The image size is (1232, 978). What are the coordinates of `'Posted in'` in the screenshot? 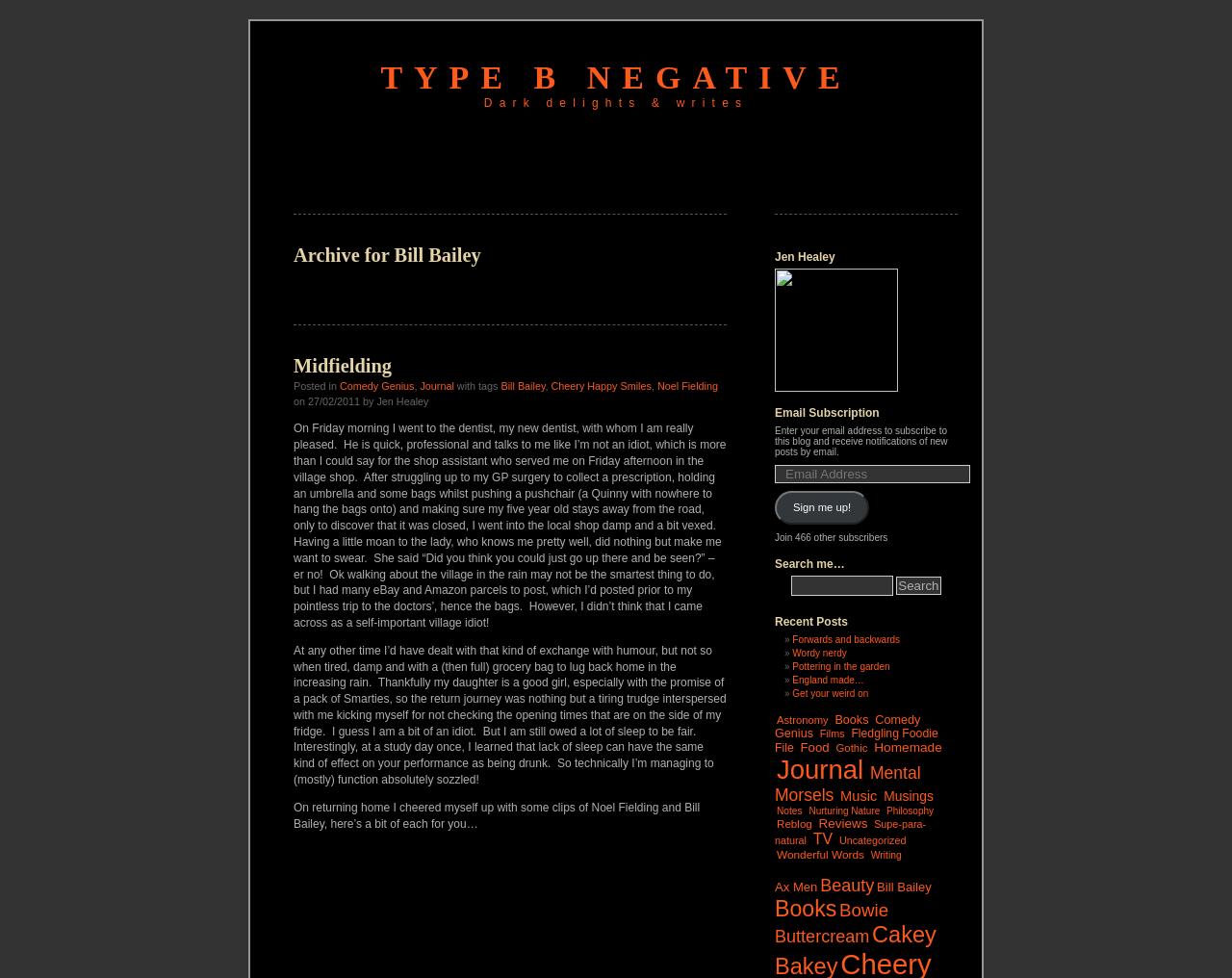 It's located at (316, 383).